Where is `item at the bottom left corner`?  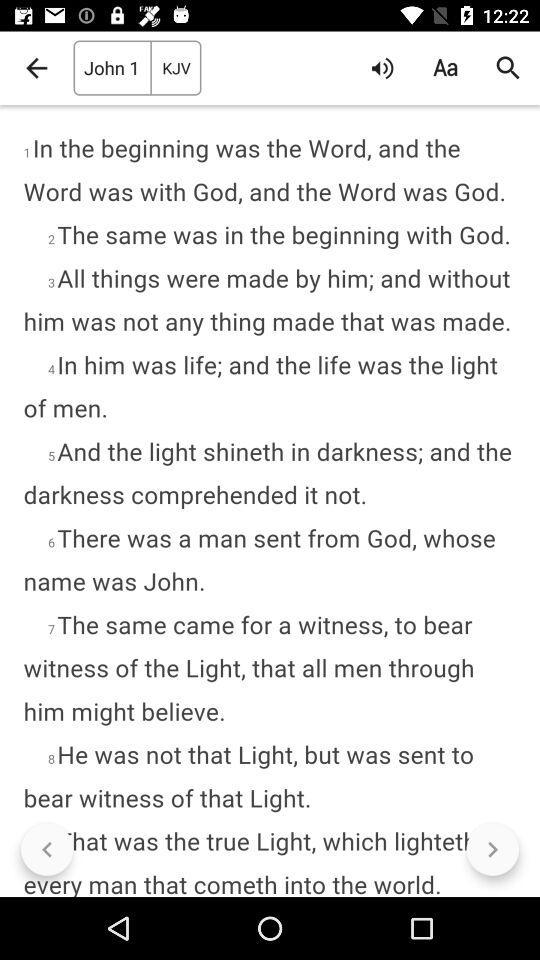 item at the bottom left corner is located at coordinates (47, 848).